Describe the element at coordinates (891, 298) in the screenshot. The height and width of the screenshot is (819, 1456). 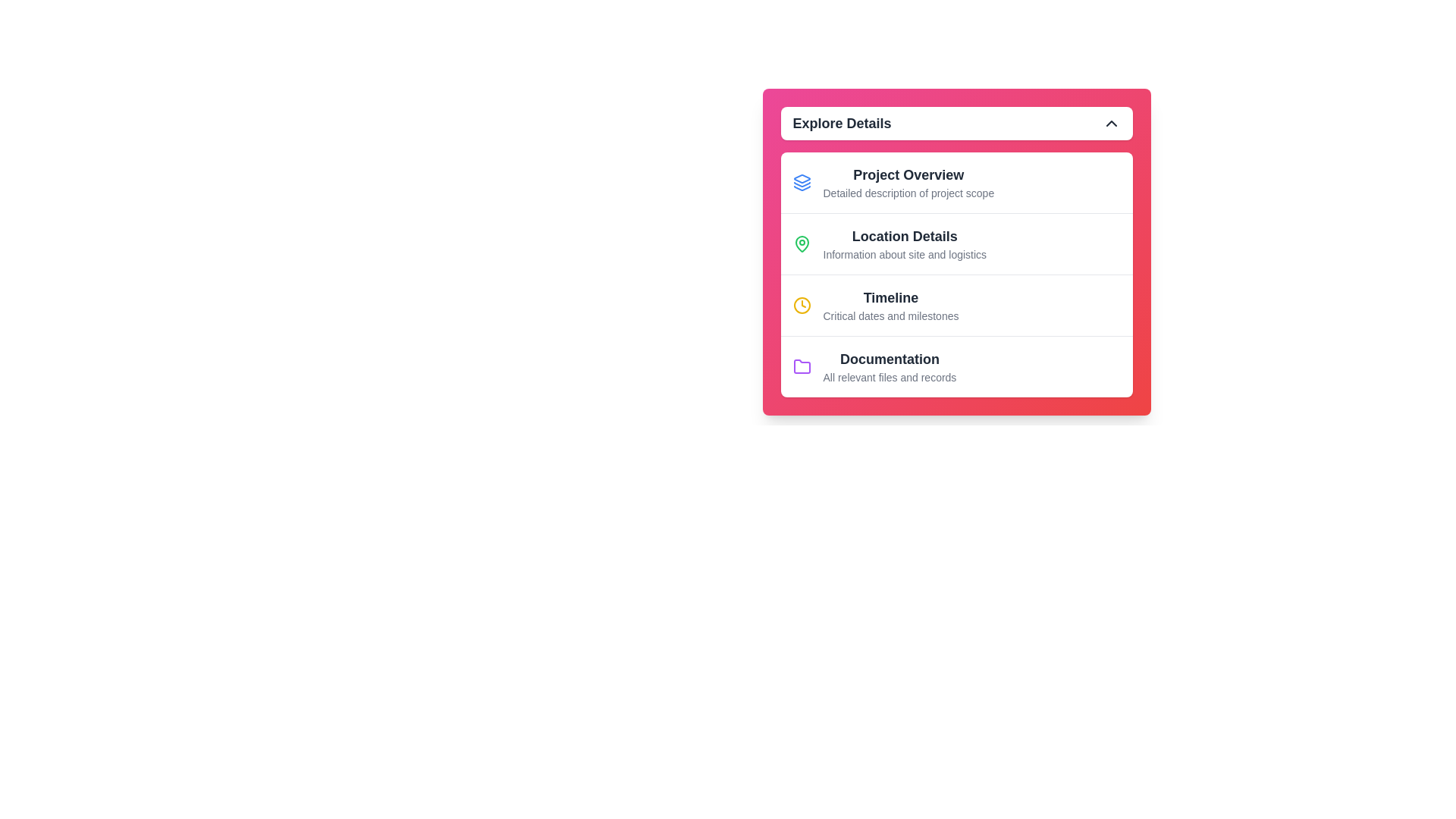
I see `the heading text for the 'Timeline' section in the 'Explore Details' panel, which is associated with the clock icon and the description 'Critical dates and milestones'` at that location.